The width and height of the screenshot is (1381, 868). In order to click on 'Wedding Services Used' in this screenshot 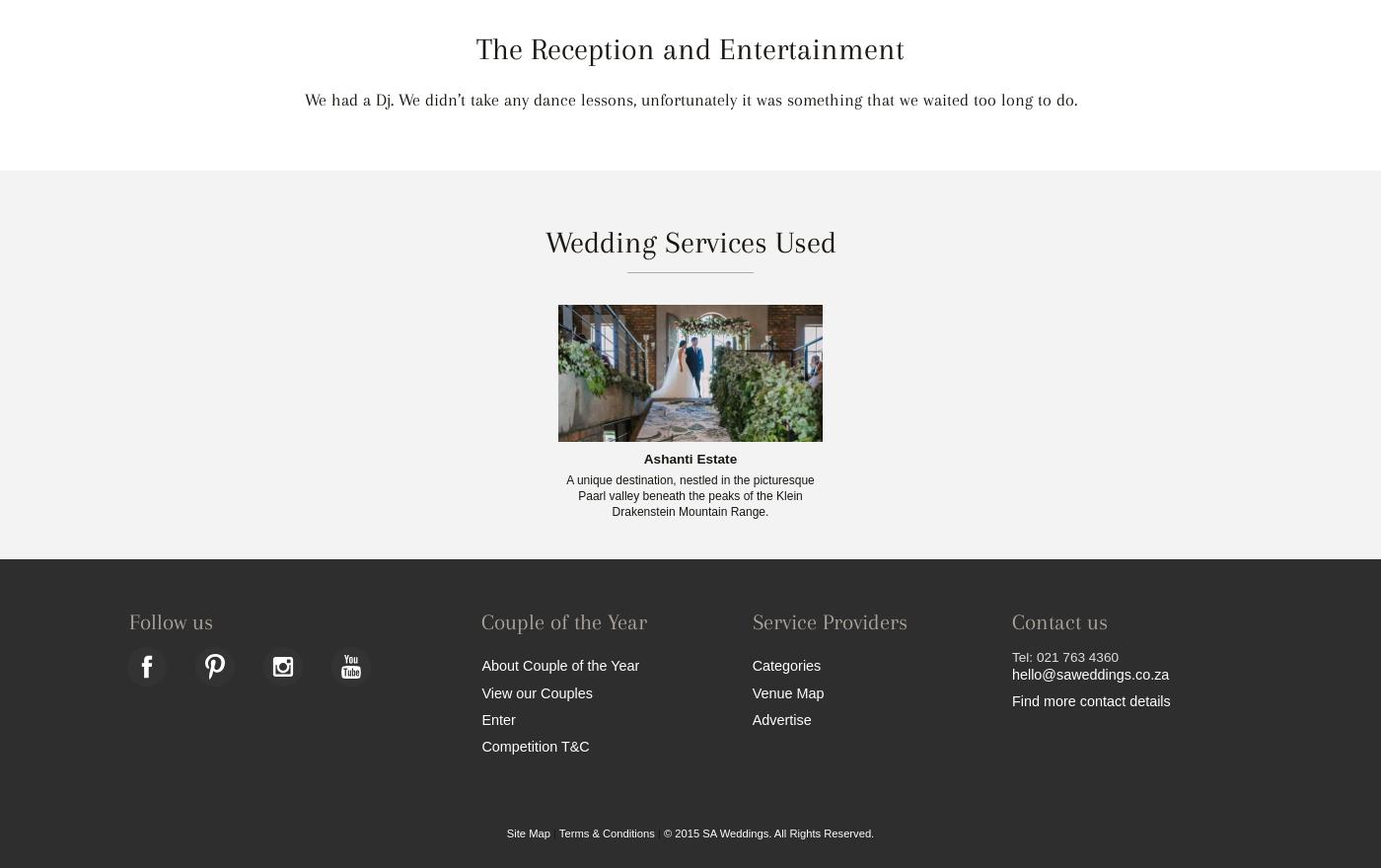, I will do `click(545, 241)`.